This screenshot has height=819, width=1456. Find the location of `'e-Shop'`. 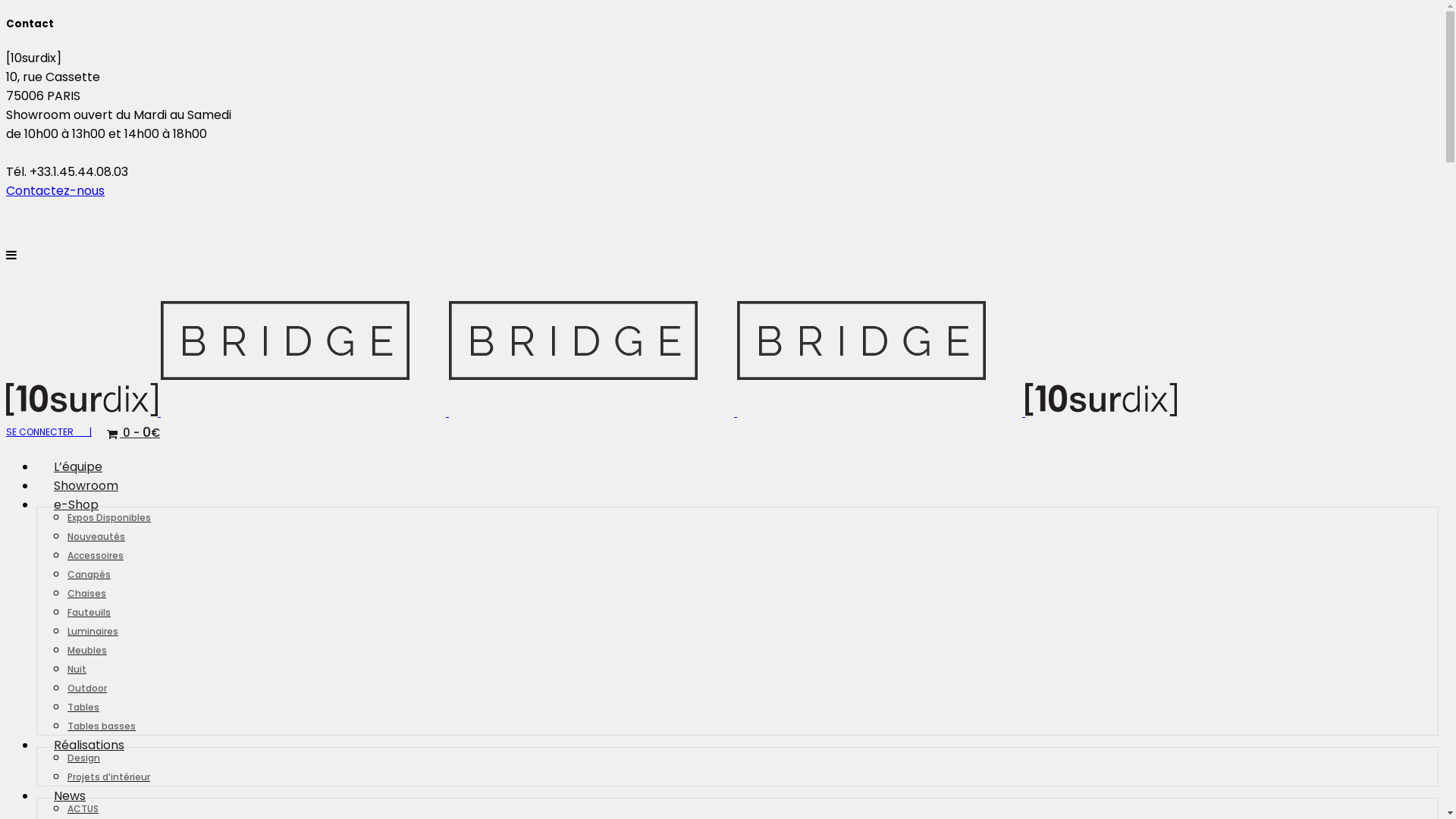

'e-Shop' is located at coordinates (75, 504).